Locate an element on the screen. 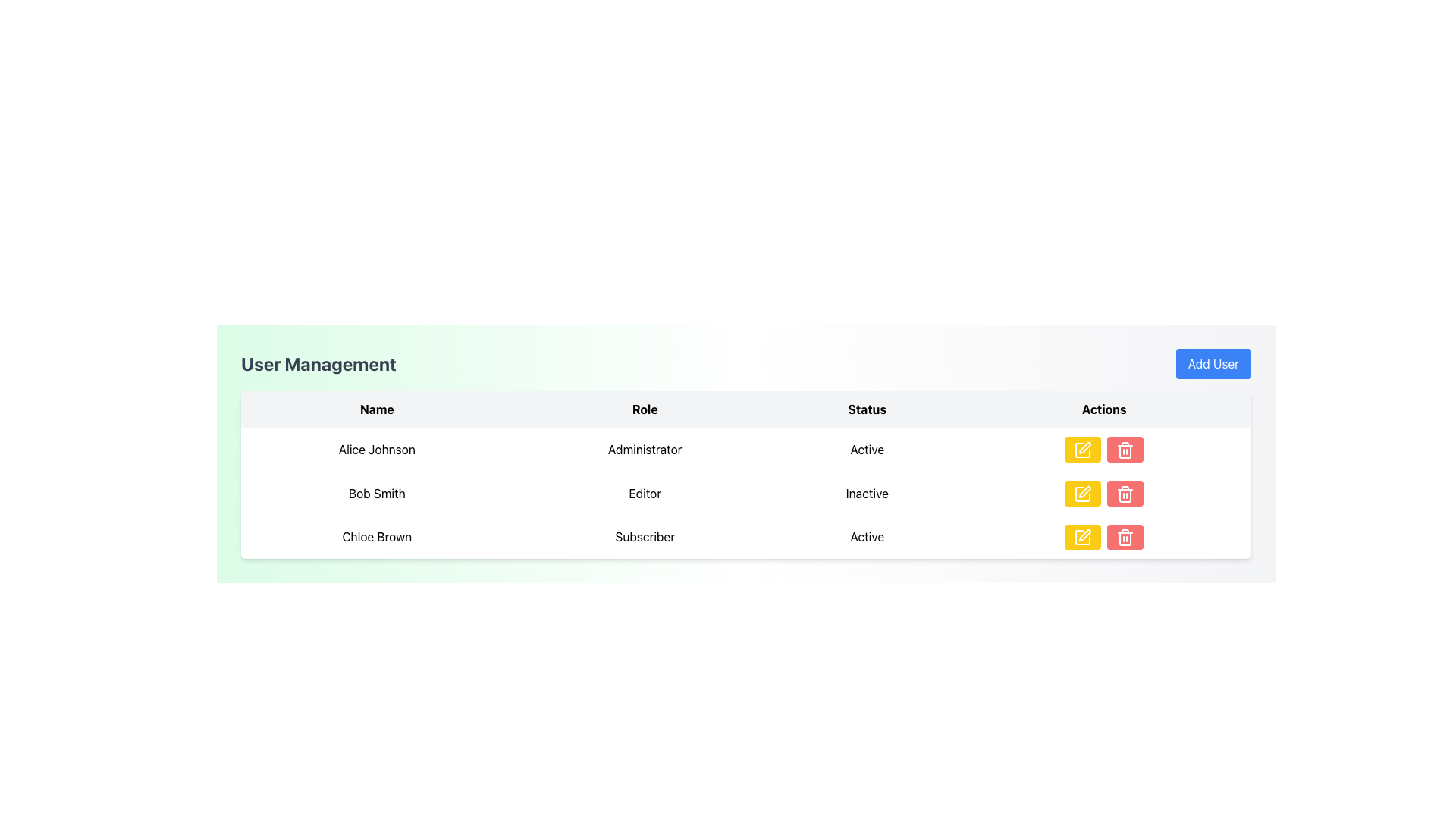 This screenshot has width=1456, height=819. the yellow edit button icon resembling a pen in the third row of the 'Actions' column for user 'Chloe Brown' is located at coordinates (1082, 537).